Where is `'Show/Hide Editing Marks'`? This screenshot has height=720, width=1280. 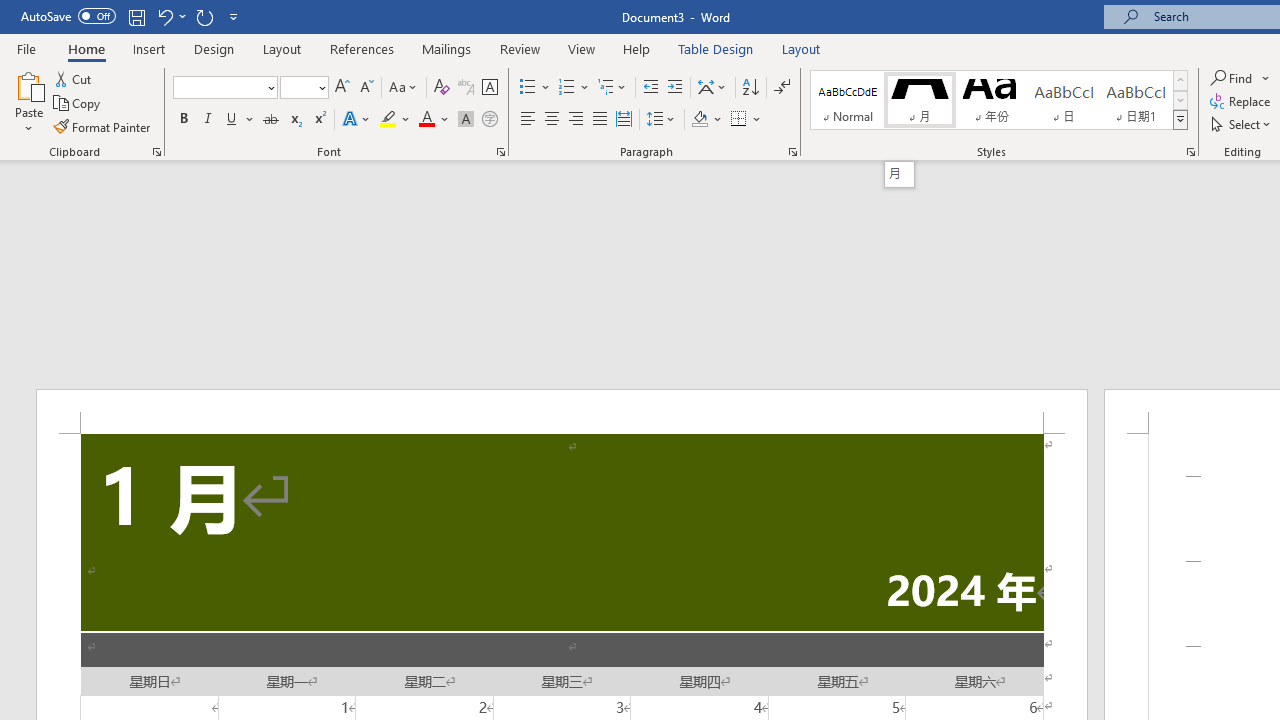 'Show/Hide Editing Marks' is located at coordinates (781, 86).